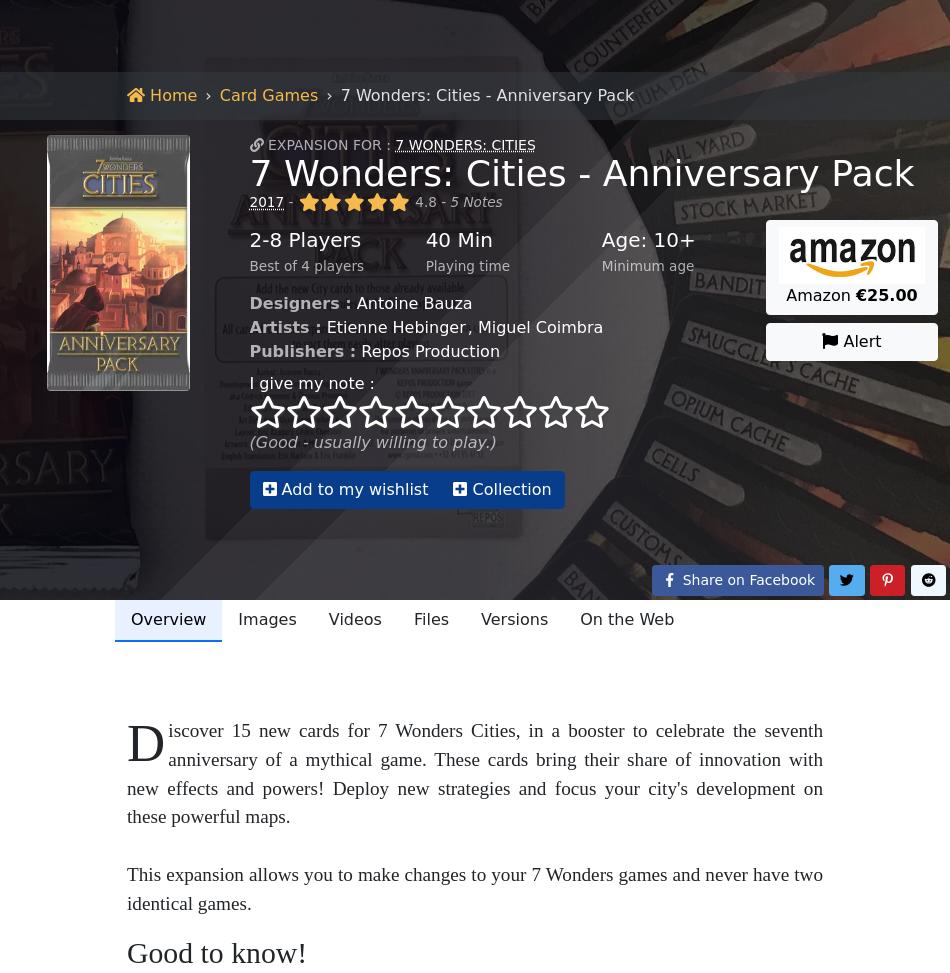 This screenshot has width=950, height=973. What do you see at coordinates (117, 155) in the screenshot?
I see `'7 Wonders - Cities Tom Vasel'` at bounding box center [117, 155].